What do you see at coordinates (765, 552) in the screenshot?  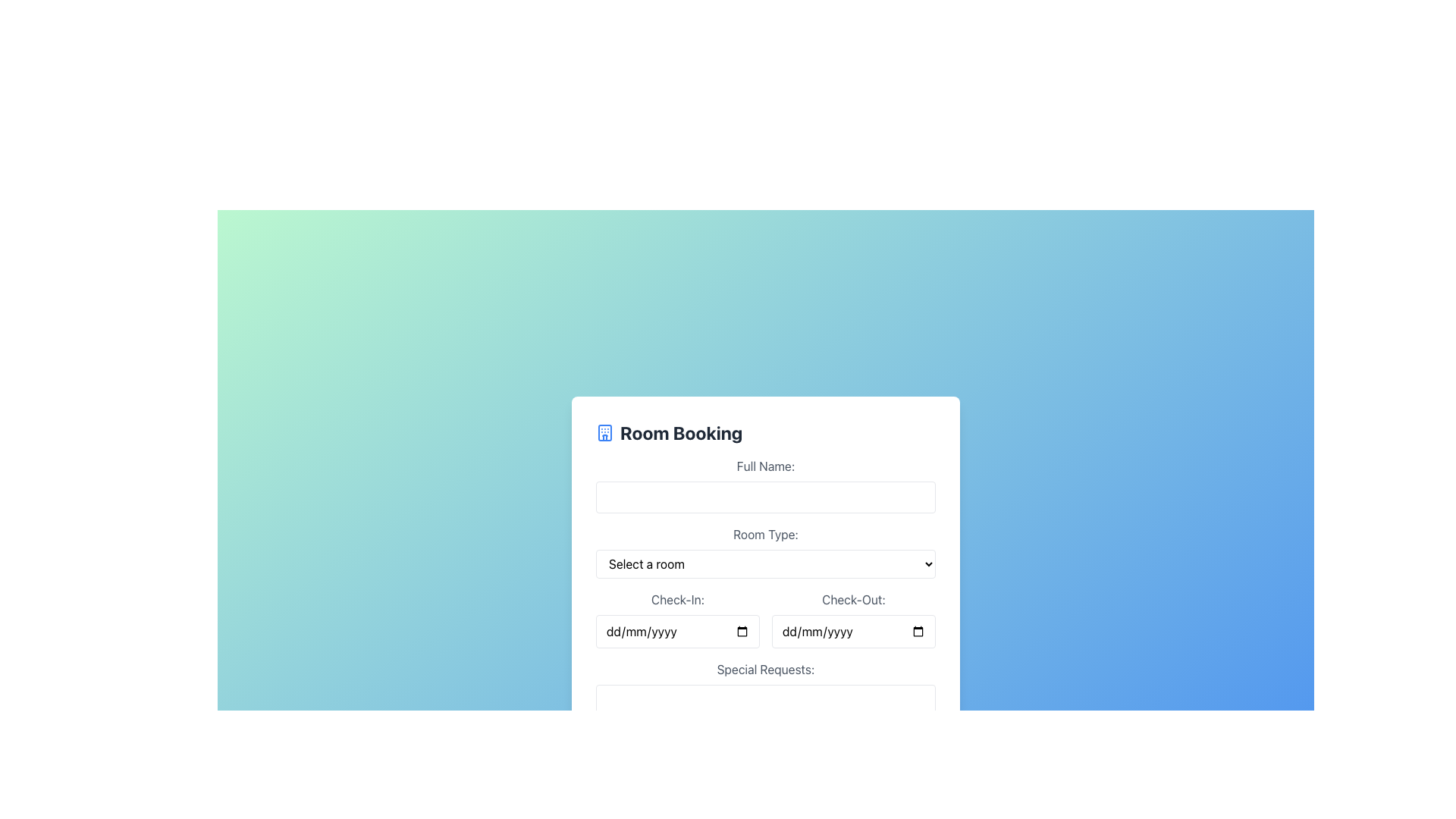 I see `the 'Room Type' dropdown menu` at bounding box center [765, 552].